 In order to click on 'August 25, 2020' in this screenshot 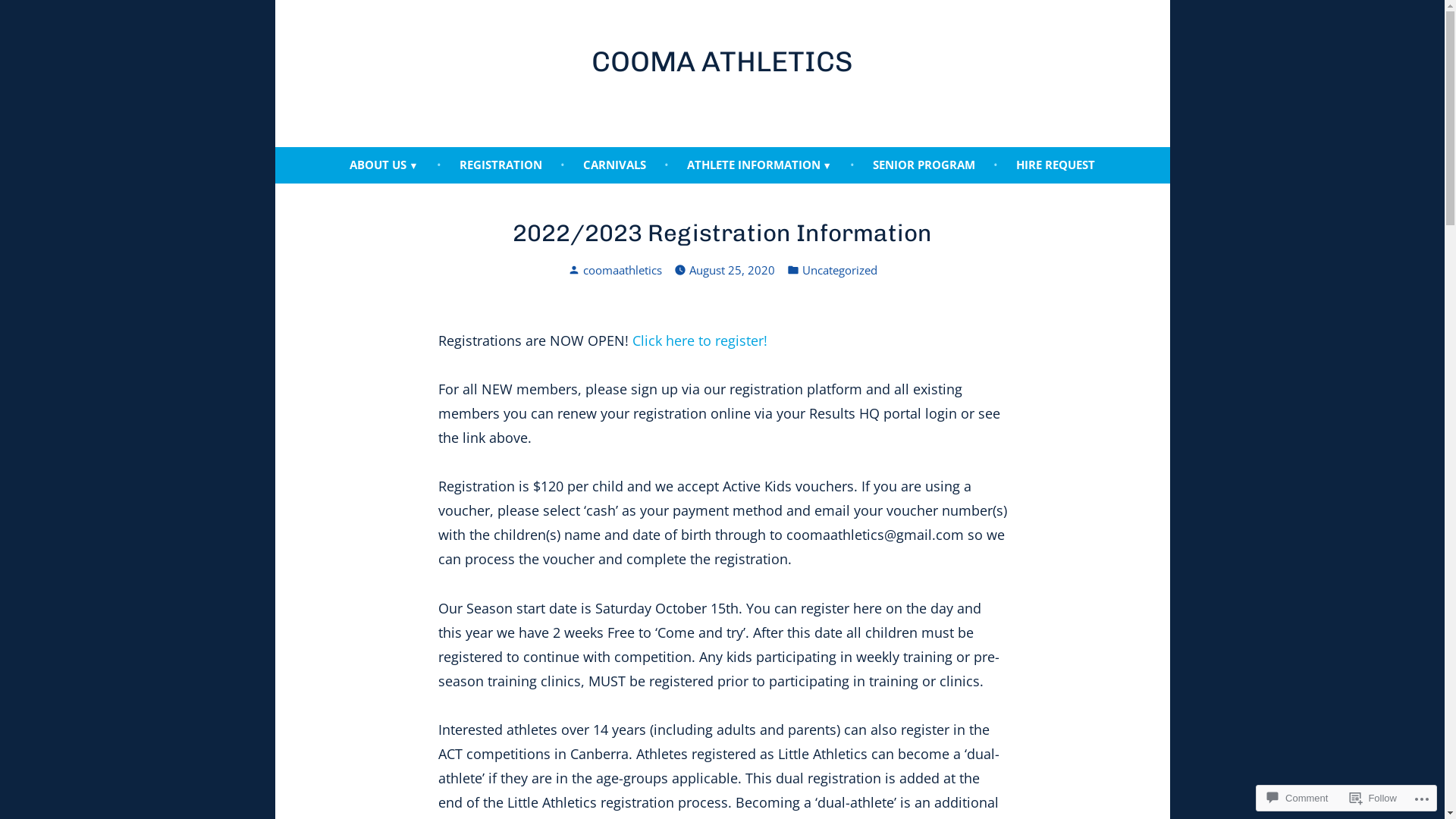, I will do `click(687, 269)`.